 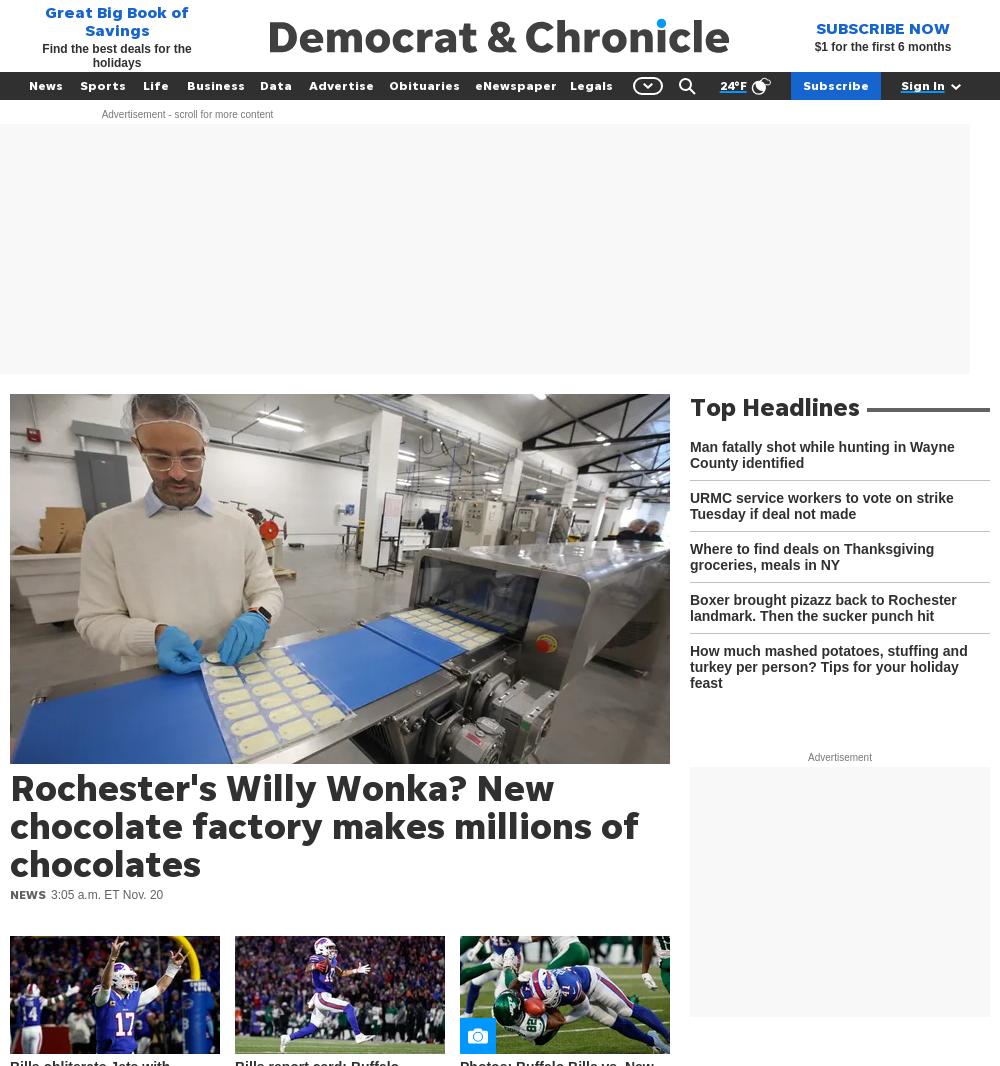 What do you see at coordinates (689, 555) in the screenshot?
I see `'Where to find deals on Thanksgiving groceries, meals in NY'` at bounding box center [689, 555].